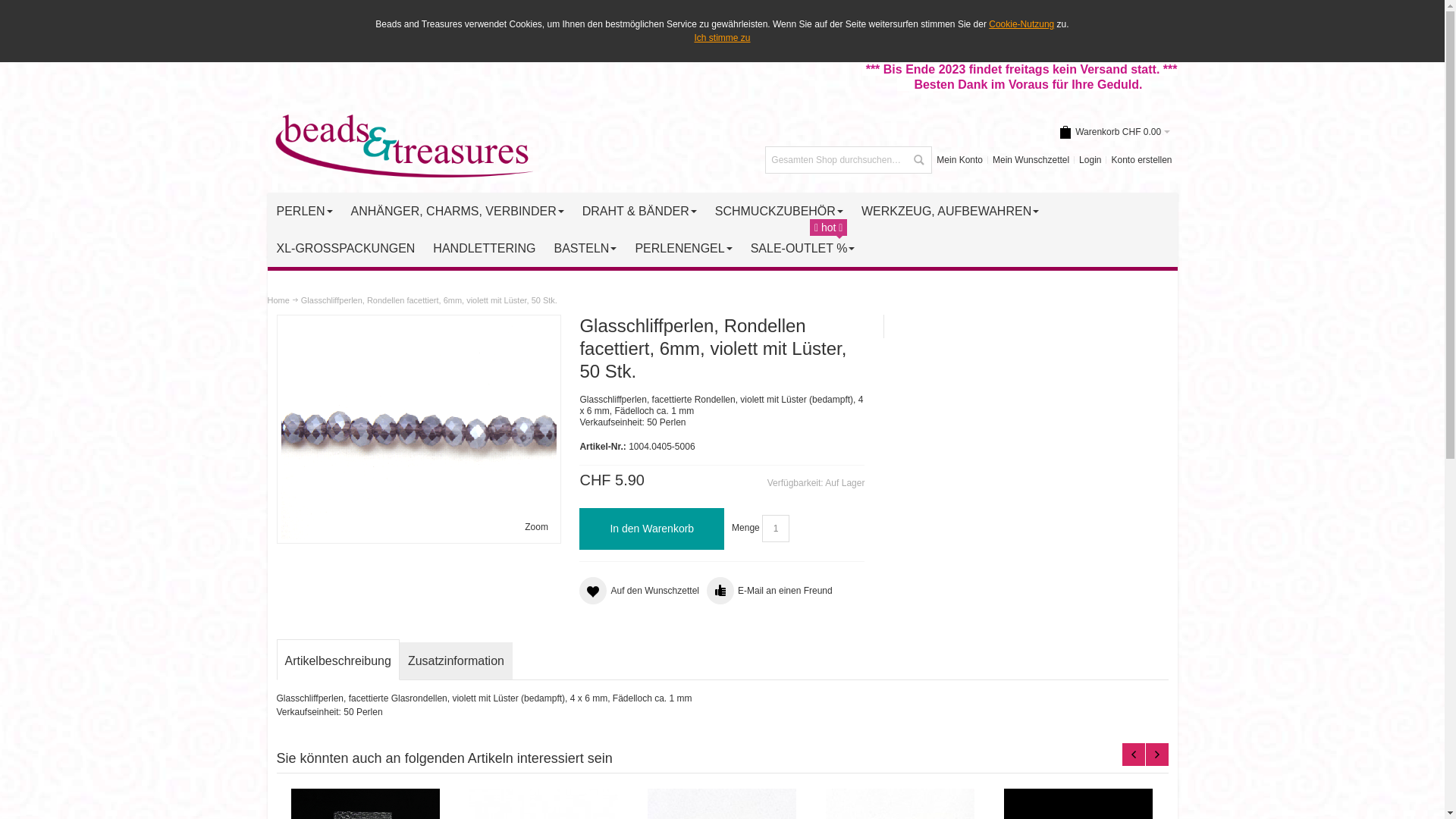  I want to click on 'HANDLETTERING', so click(483, 247).